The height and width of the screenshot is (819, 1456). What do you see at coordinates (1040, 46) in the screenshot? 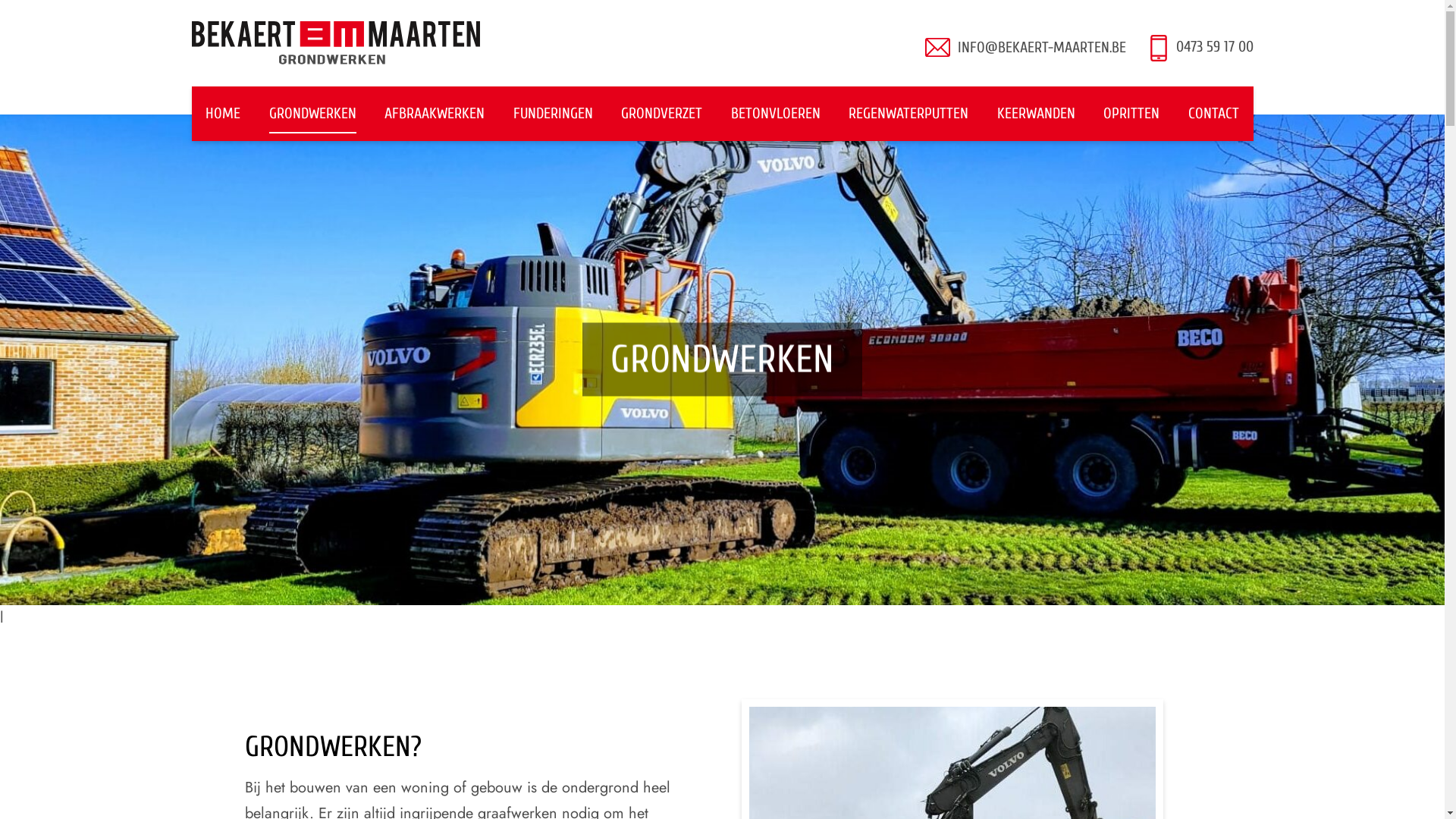
I see `'INFO@BEKAERT-MAARTEN.BE'` at bounding box center [1040, 46].